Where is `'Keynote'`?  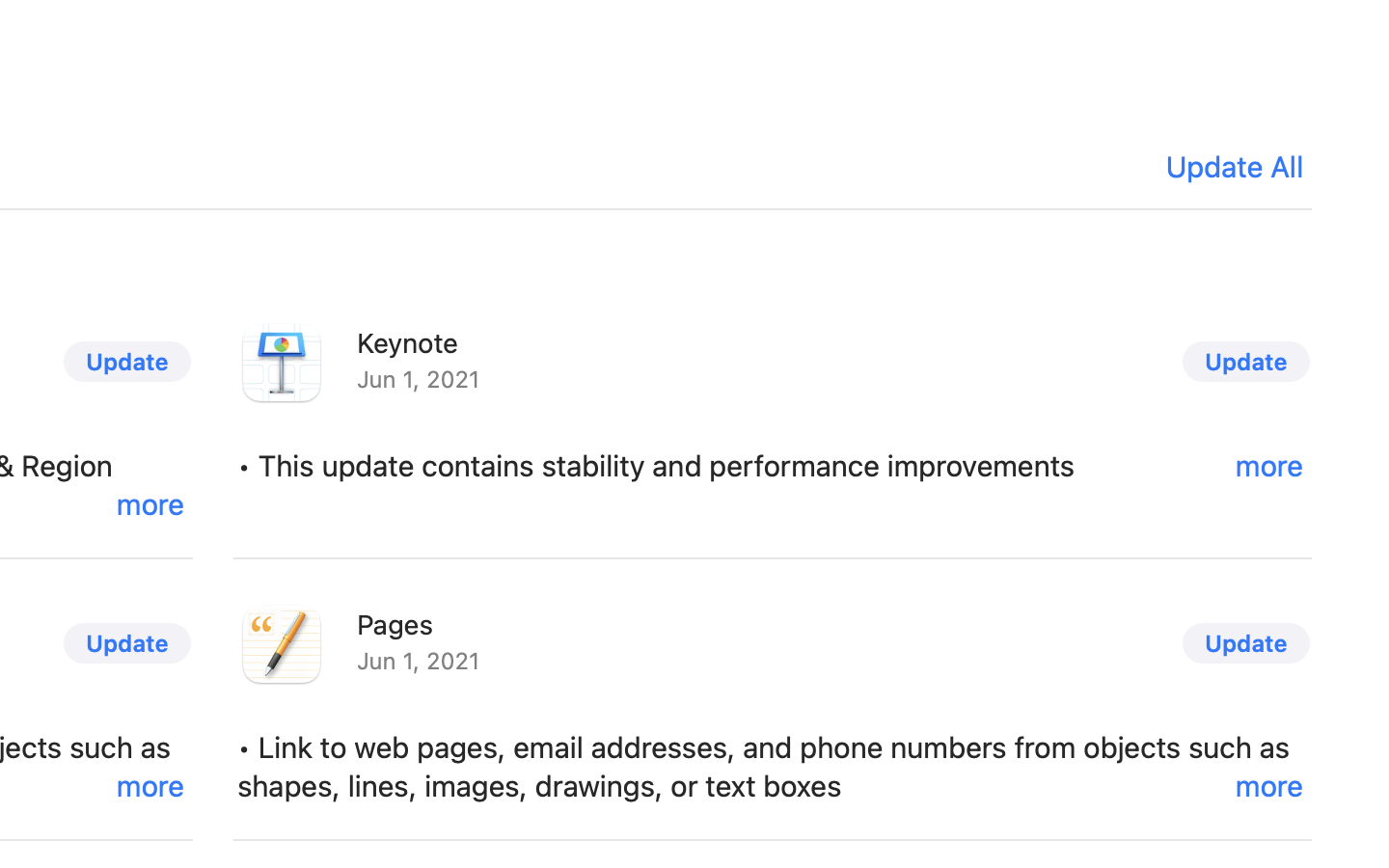
'Keynote' is located at coordinates (407, 341).